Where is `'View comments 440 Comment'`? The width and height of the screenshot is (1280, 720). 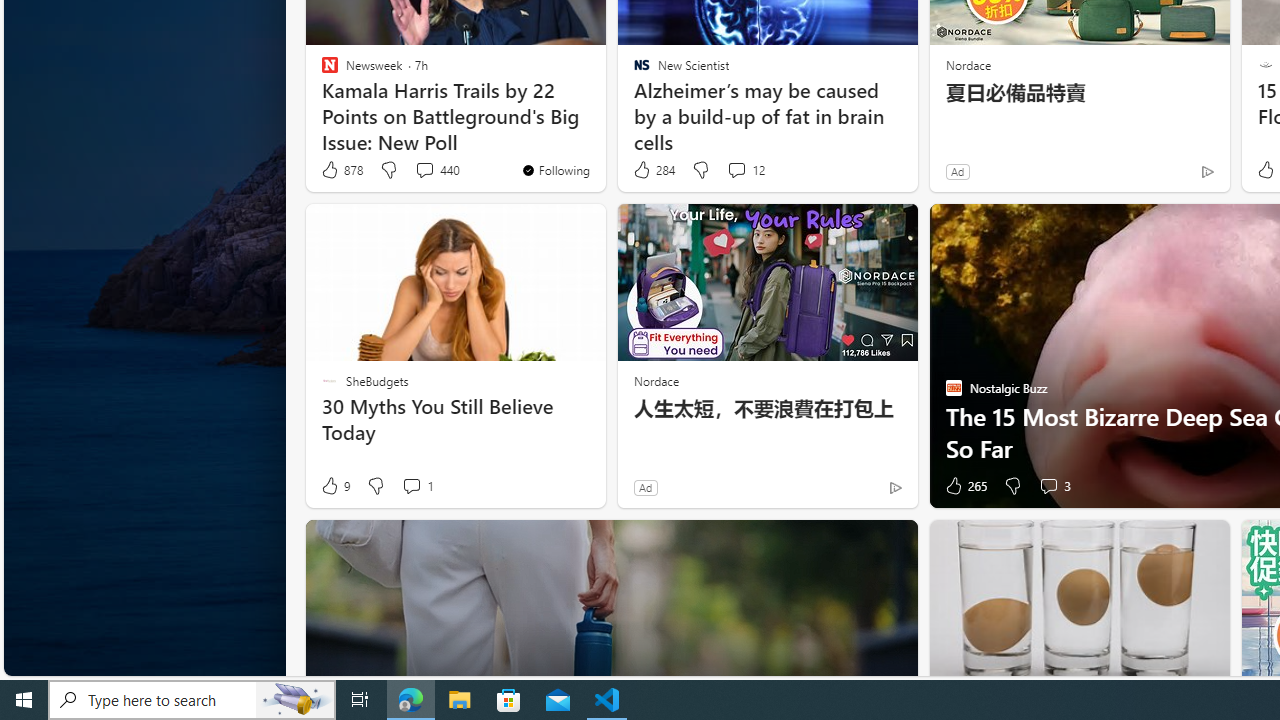 'View comments 440 Comment' is located at coordinates (436, 169).